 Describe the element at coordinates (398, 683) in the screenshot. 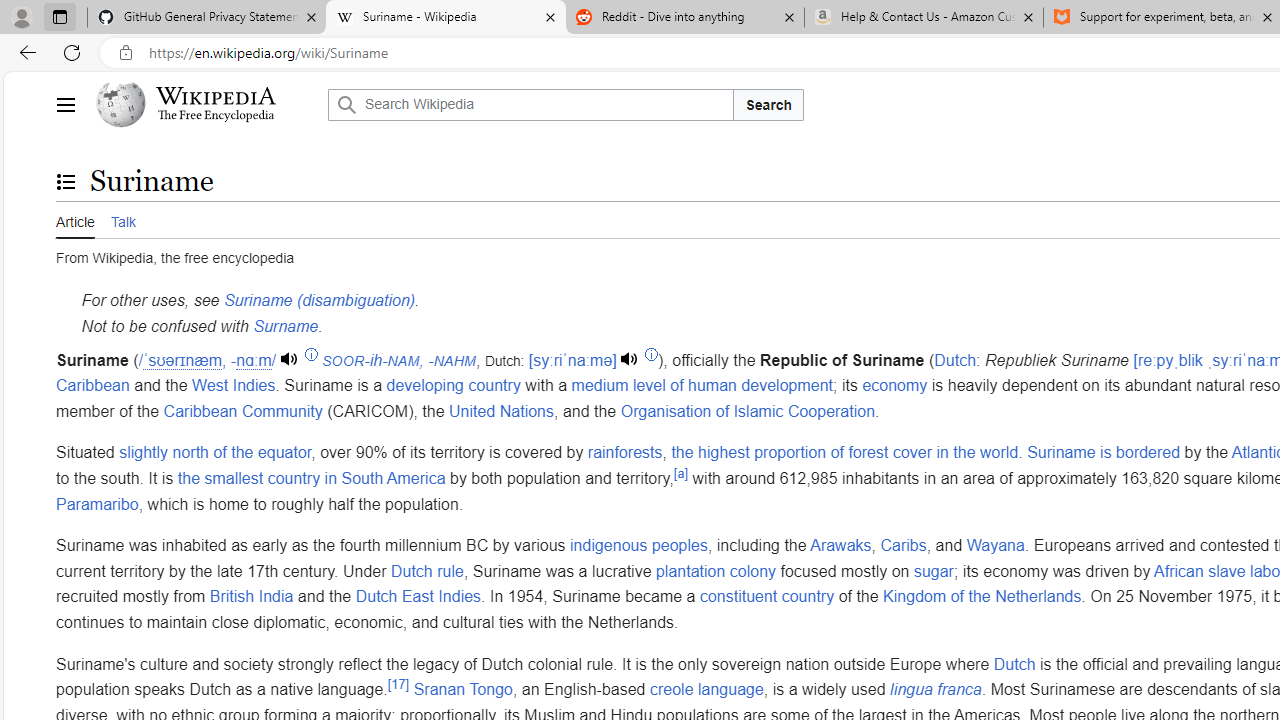

I see `'[17]'` at that location.